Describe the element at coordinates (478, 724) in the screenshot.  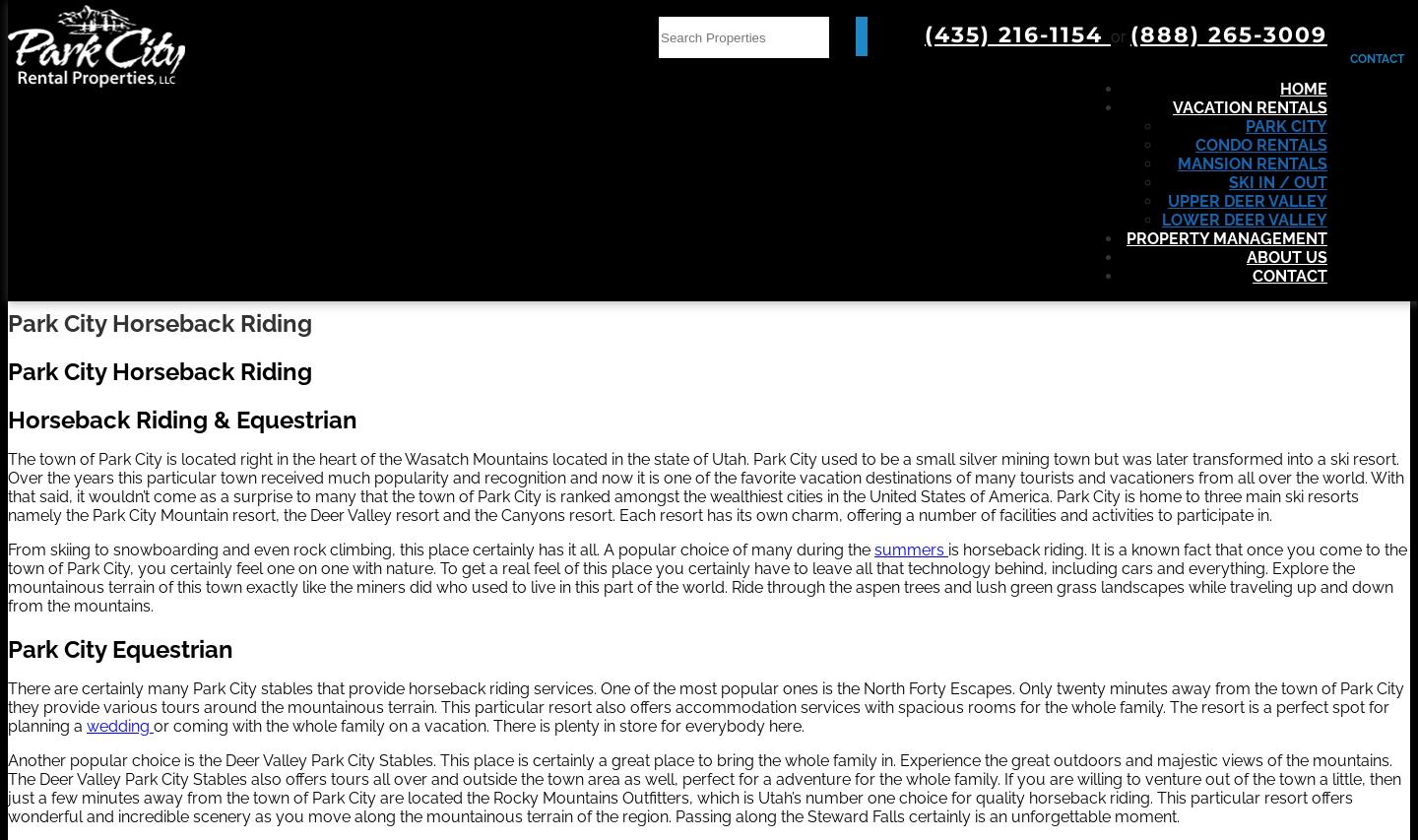
I see `'or coming with the whole family on a vacation. There is plenty in store for everybody here.'` at that location.